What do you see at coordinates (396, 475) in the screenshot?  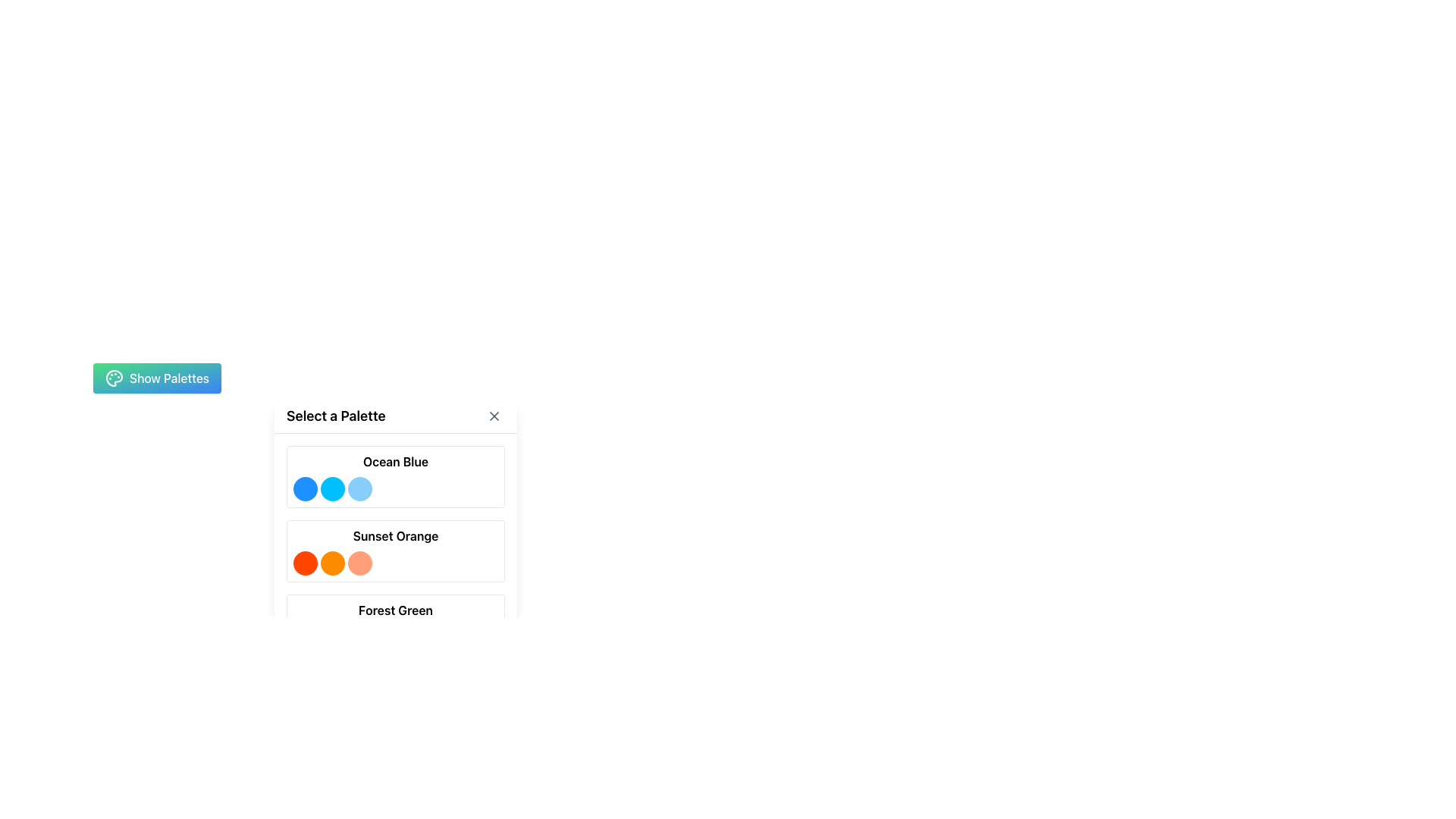 I see `color swatches in the first section of the vertically arranged grid that presents a blue color palette` at bounding box center [396, 475].